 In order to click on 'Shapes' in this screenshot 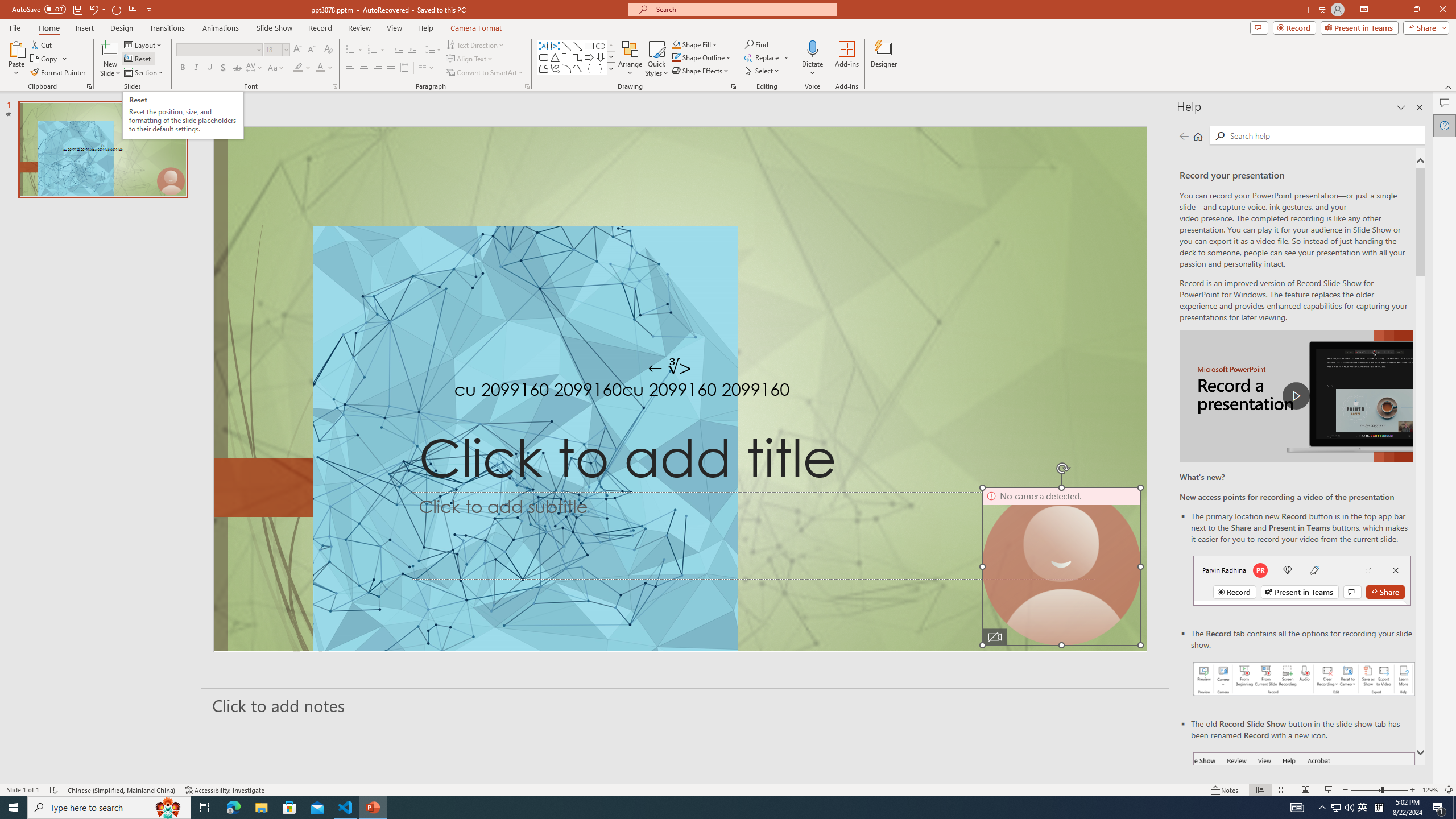, I will do `click(611, 68)`.